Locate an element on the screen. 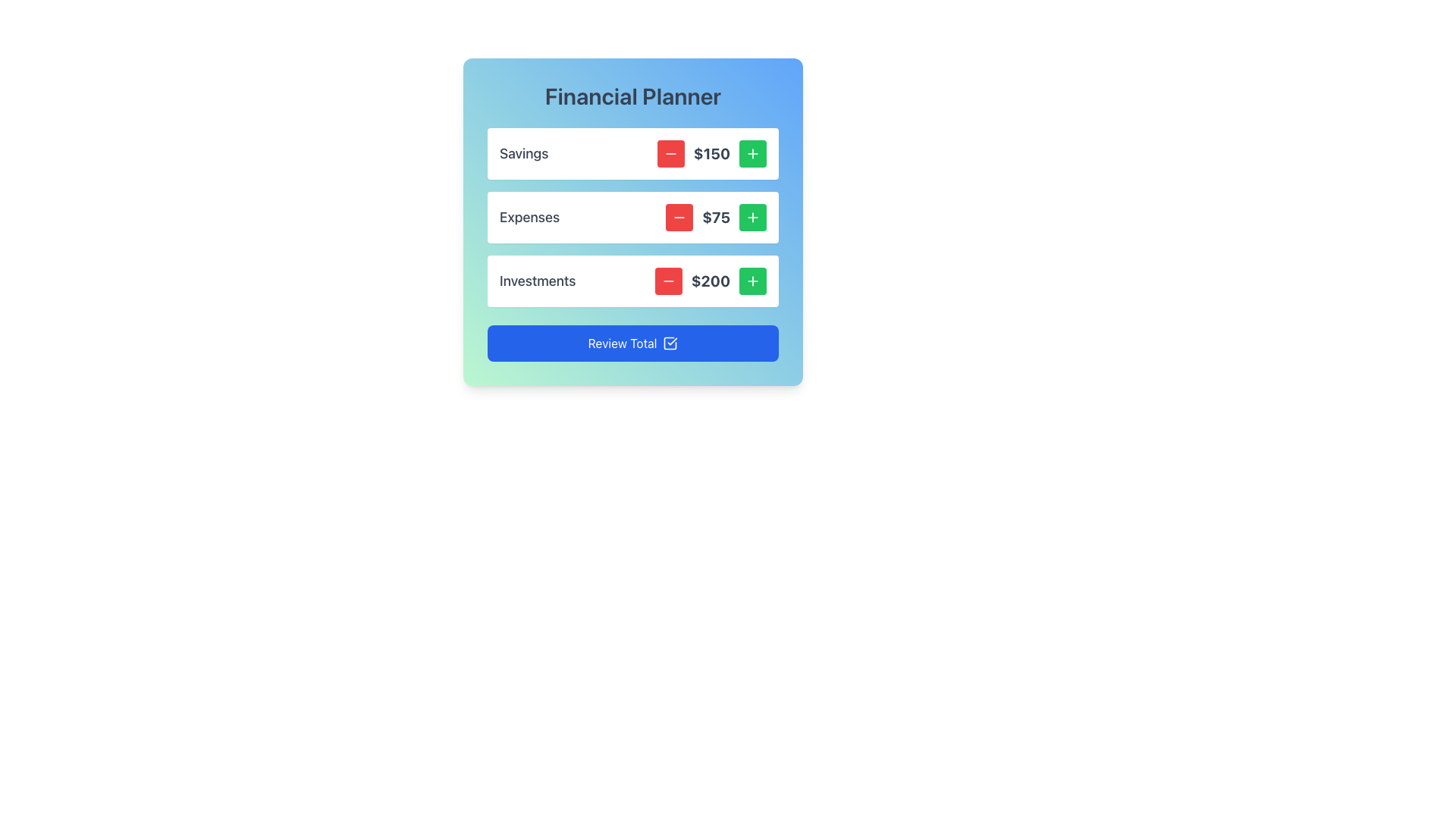 The width and height of the screenshot is (1456, 819). the label in the third financial category row of the financial planning card, which describes the category corresponding to the monetary values and adjustment buttons for Investments is located at coordinates (538, 281).